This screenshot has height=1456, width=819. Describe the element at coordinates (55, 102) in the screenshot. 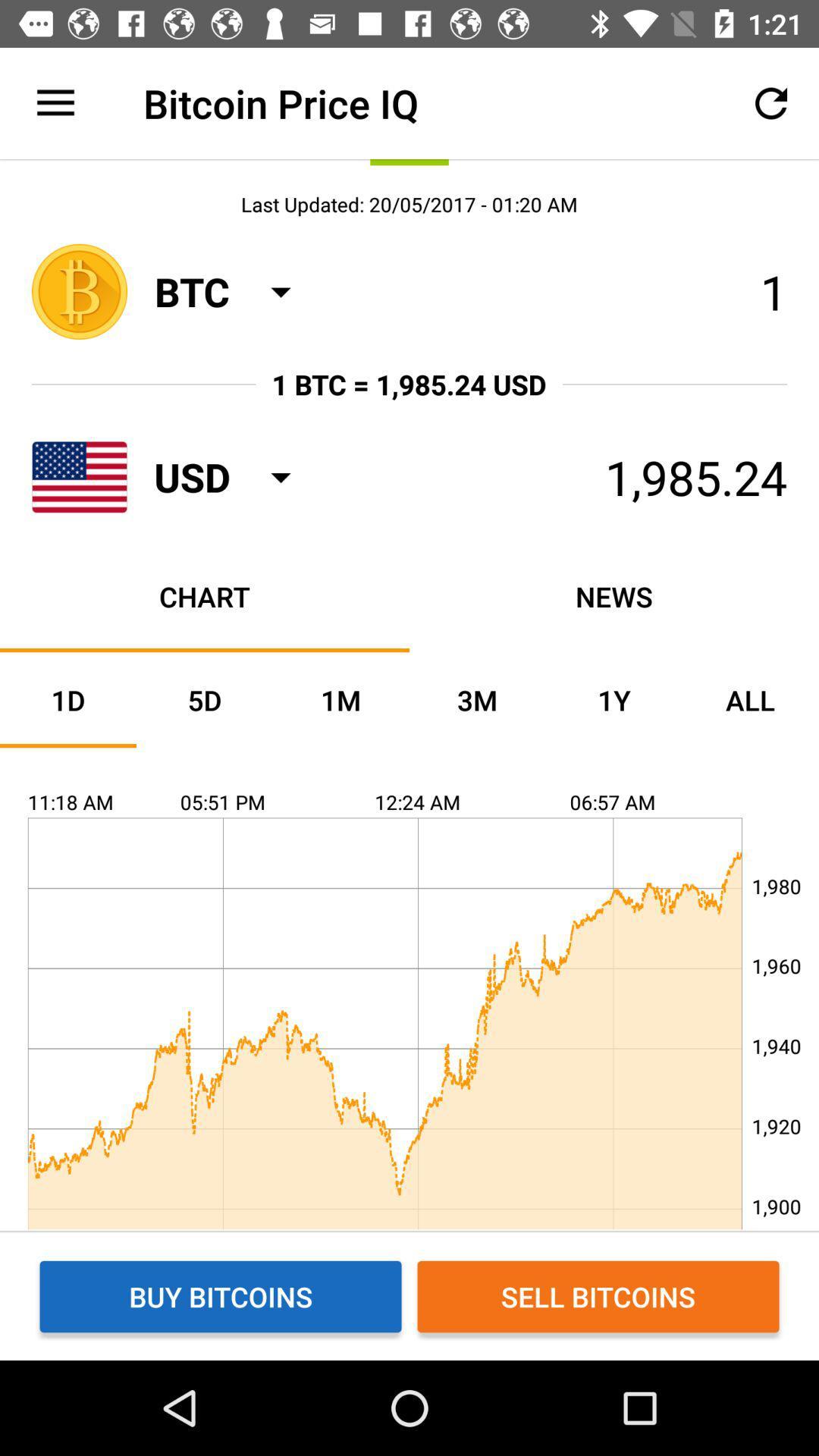

I see `icon next to the bitcoin price iq` at that location.